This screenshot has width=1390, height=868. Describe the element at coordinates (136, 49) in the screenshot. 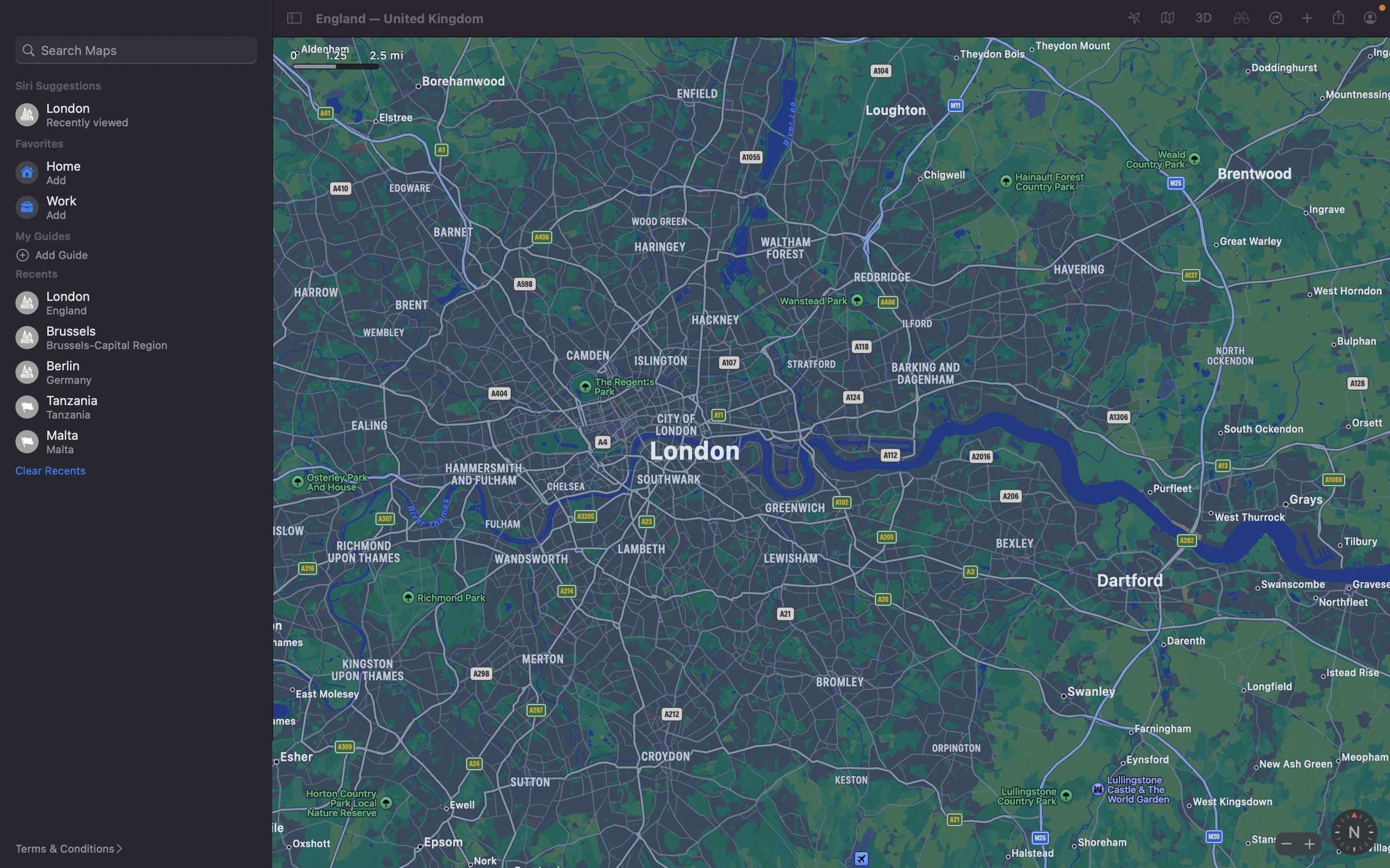

I see `hotels situated nearby` at that location.